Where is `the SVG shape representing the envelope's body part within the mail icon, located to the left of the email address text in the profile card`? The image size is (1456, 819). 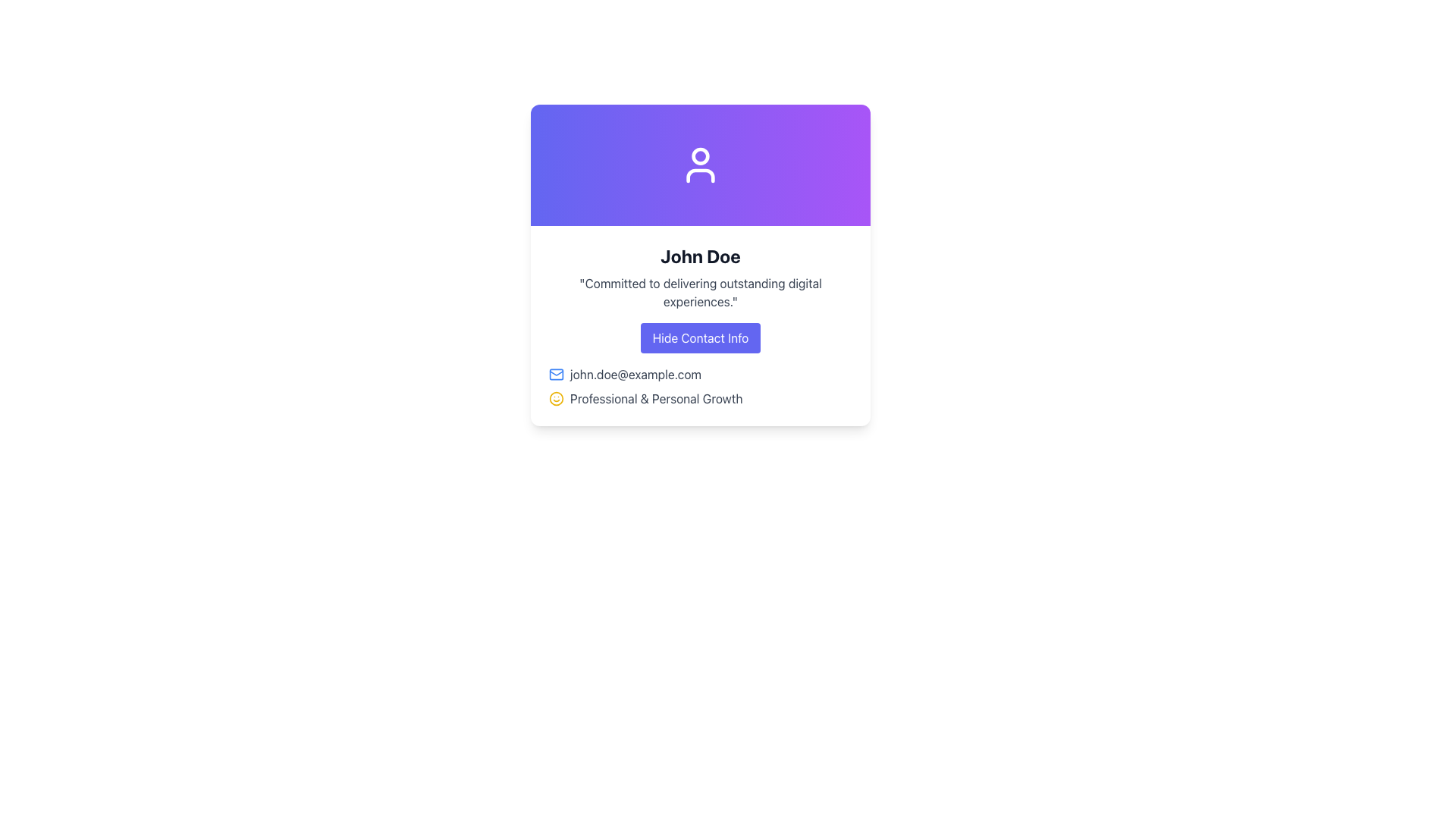 the SVG shape representing the envelope's body part within the mail icon, located to the left of the email address text in the profile card is located at coordinates (556, 374).